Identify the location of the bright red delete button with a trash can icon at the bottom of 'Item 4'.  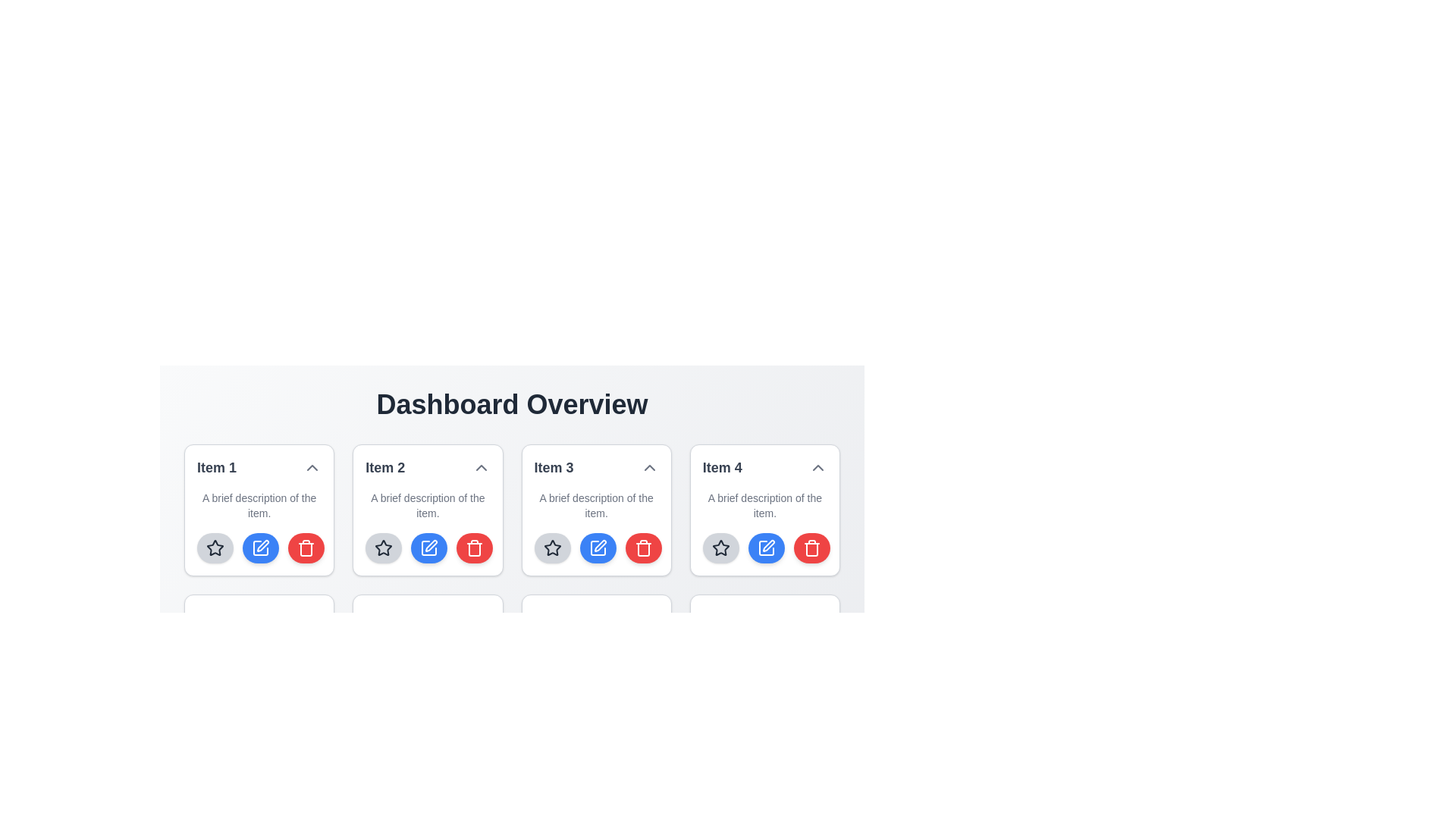
(474, 698).